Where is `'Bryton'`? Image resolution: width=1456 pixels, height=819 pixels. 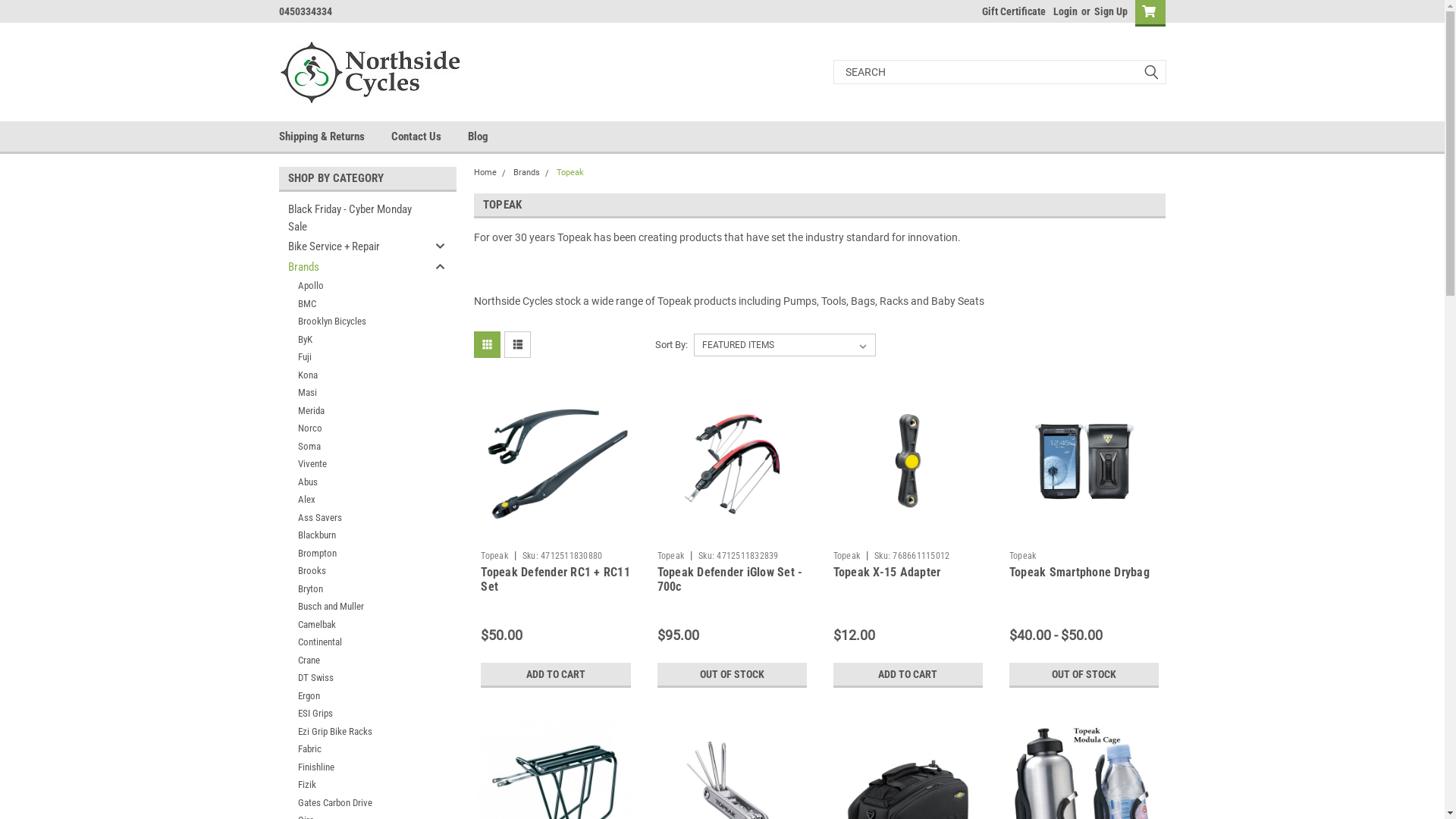
'Bryton' is located at coordinates (353, 587).